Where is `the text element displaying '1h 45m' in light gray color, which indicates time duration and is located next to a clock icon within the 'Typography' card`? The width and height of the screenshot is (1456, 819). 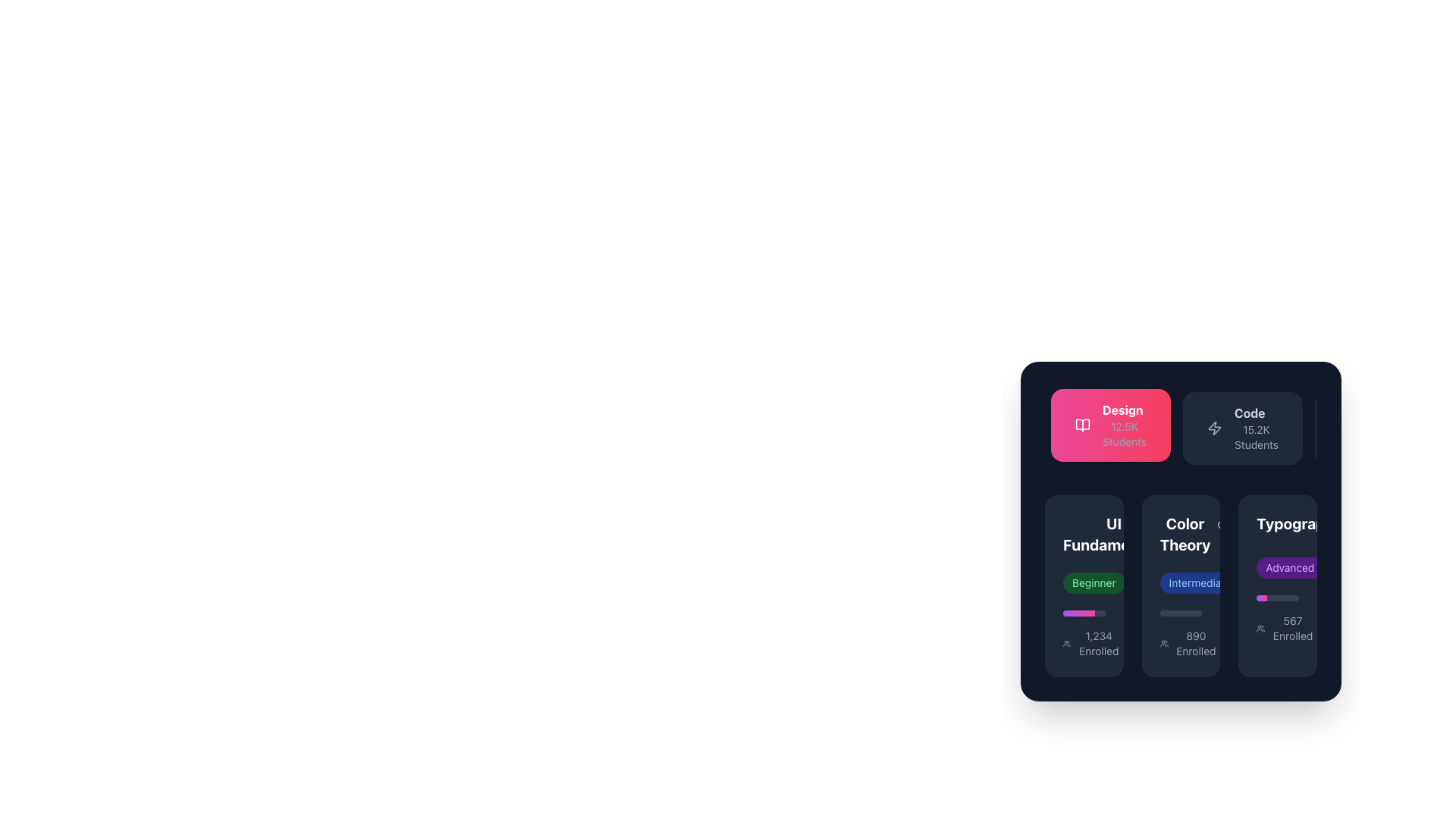
the text element displaying '1h 45m' in light gray color, which indicates time duration and is located next to a clock icon within the 'Typography' card is located at coordinates (1276, 582).